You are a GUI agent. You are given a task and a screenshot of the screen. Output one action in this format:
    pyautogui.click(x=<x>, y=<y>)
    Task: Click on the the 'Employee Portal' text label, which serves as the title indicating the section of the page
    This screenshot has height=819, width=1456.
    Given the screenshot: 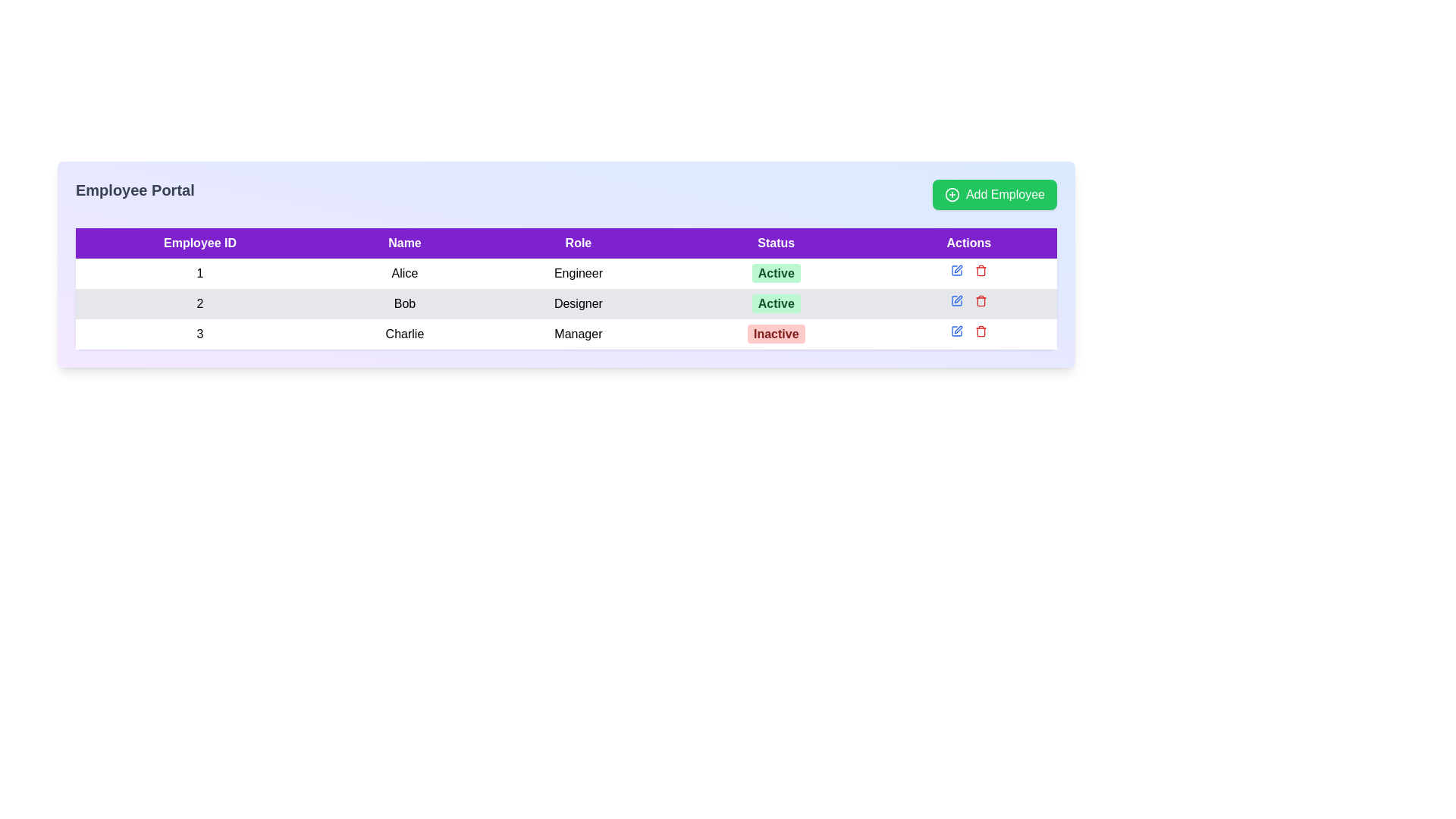 What is the action you would take?
    pyautogui.click(x=135, y=194)
    